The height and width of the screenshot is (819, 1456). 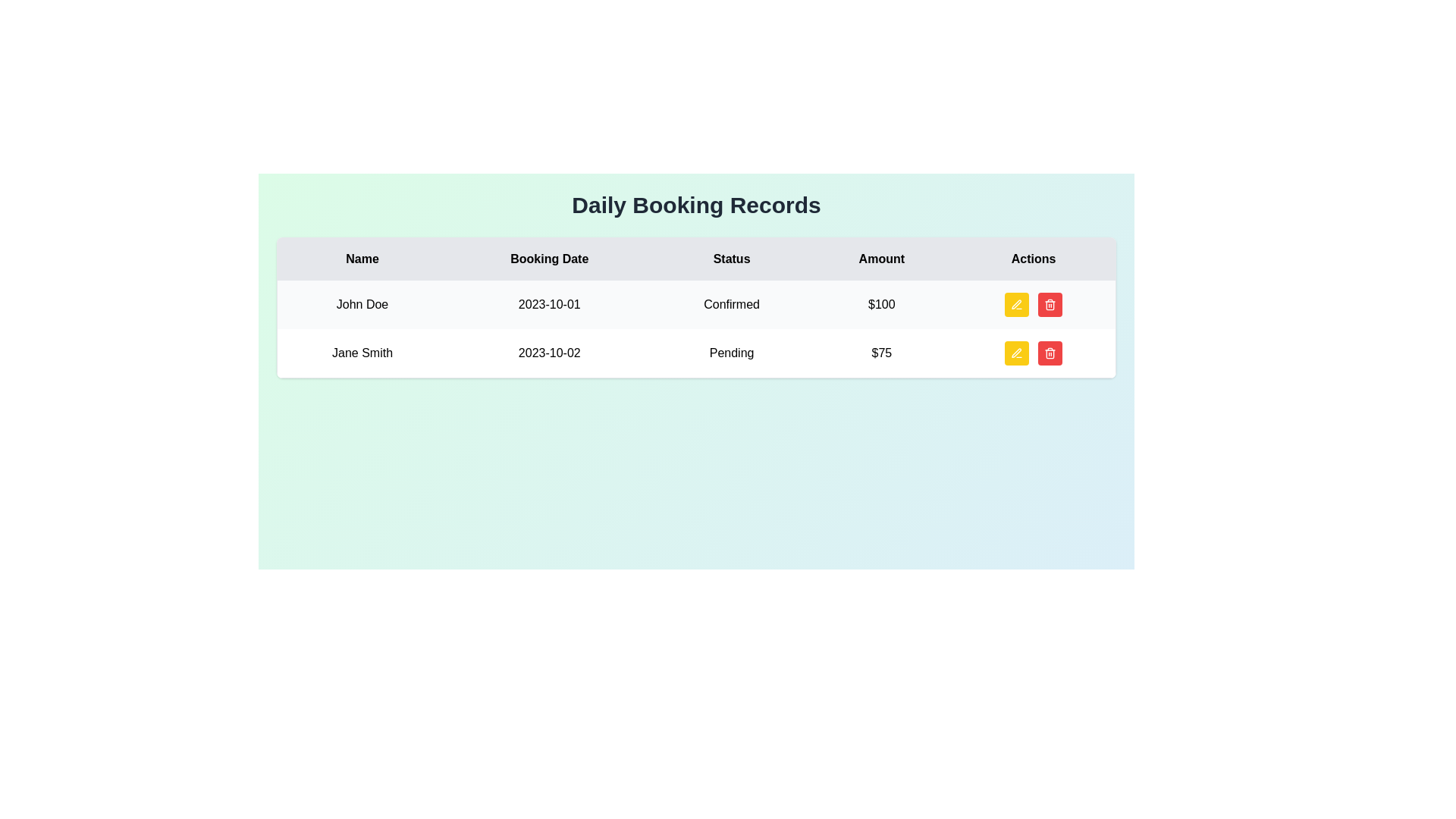 What do you see at coordinates (548, 353) in the screenshot?
I see `the static text displaying the date '2023-10-02' in the second column of the second row under the 'Booking Date' header, associated with the 'Jane Smith' entry` at bounding box center [548, 353].